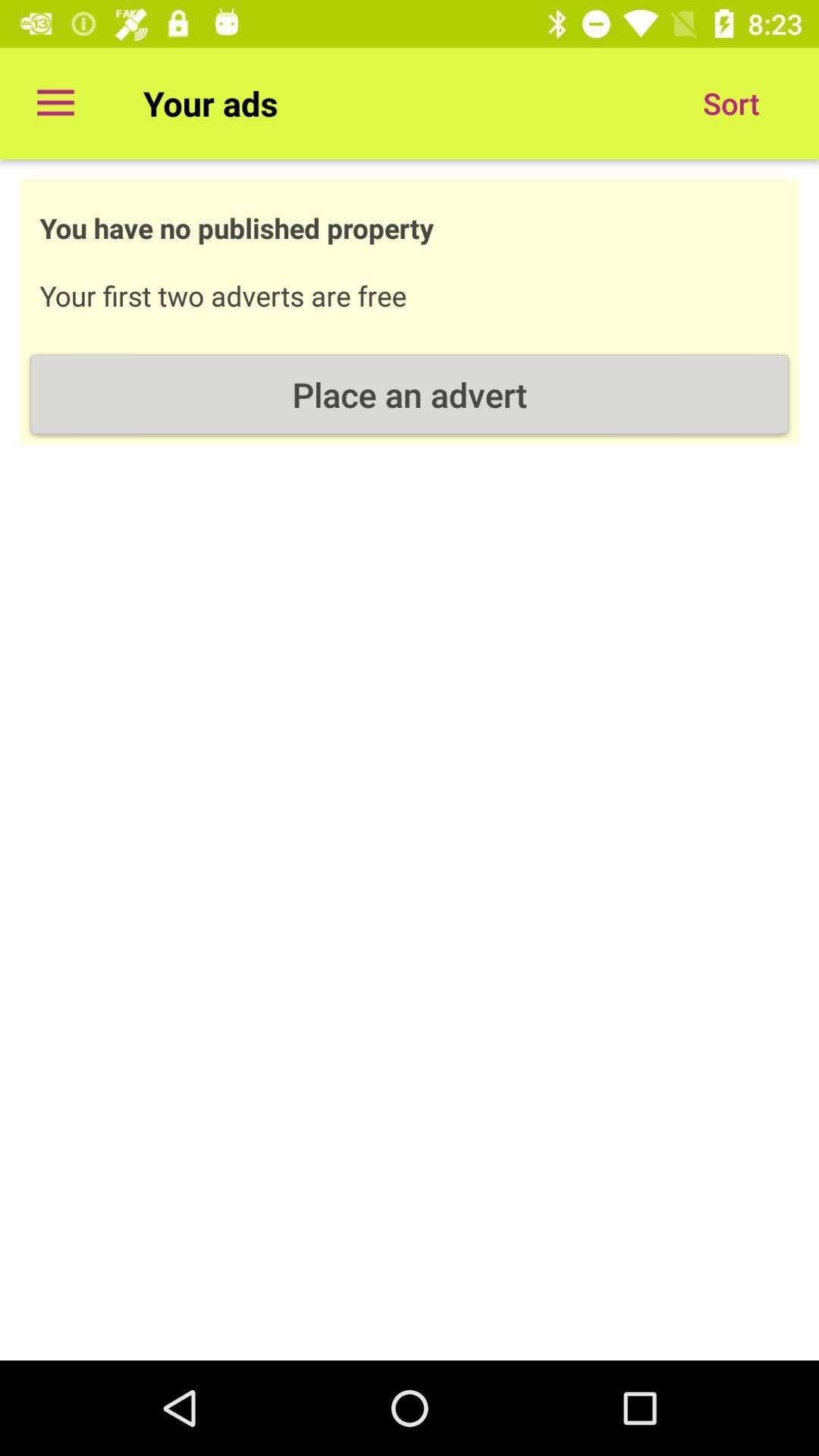 The image size is (819, 1456). Describe the element at coordinates (730, 102) in the screenshot. I see `the icon above the place an advert item` at that location.